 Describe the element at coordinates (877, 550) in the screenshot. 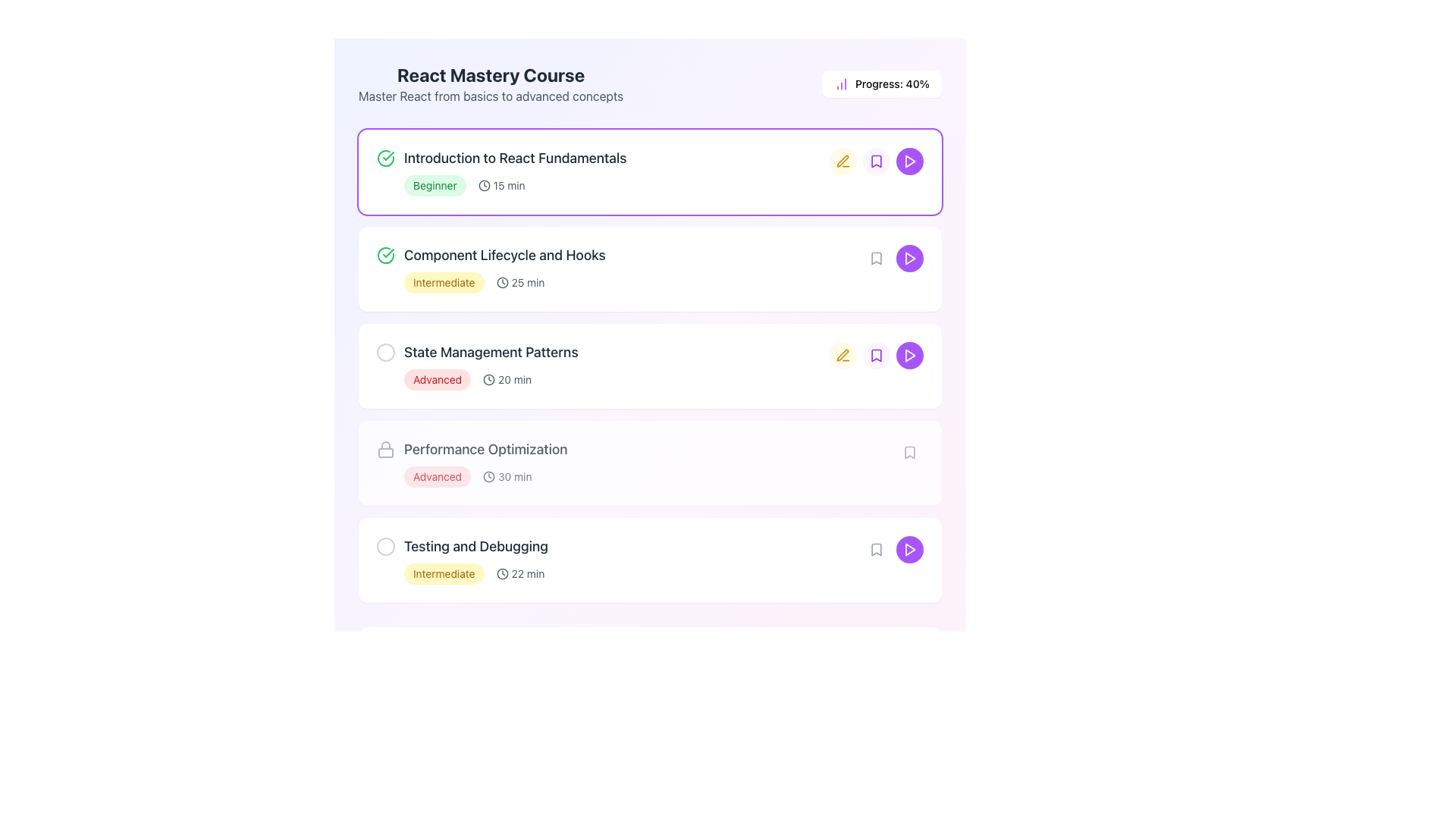

I see `the bookmark icon button located in the fifth row of the list` at that location.